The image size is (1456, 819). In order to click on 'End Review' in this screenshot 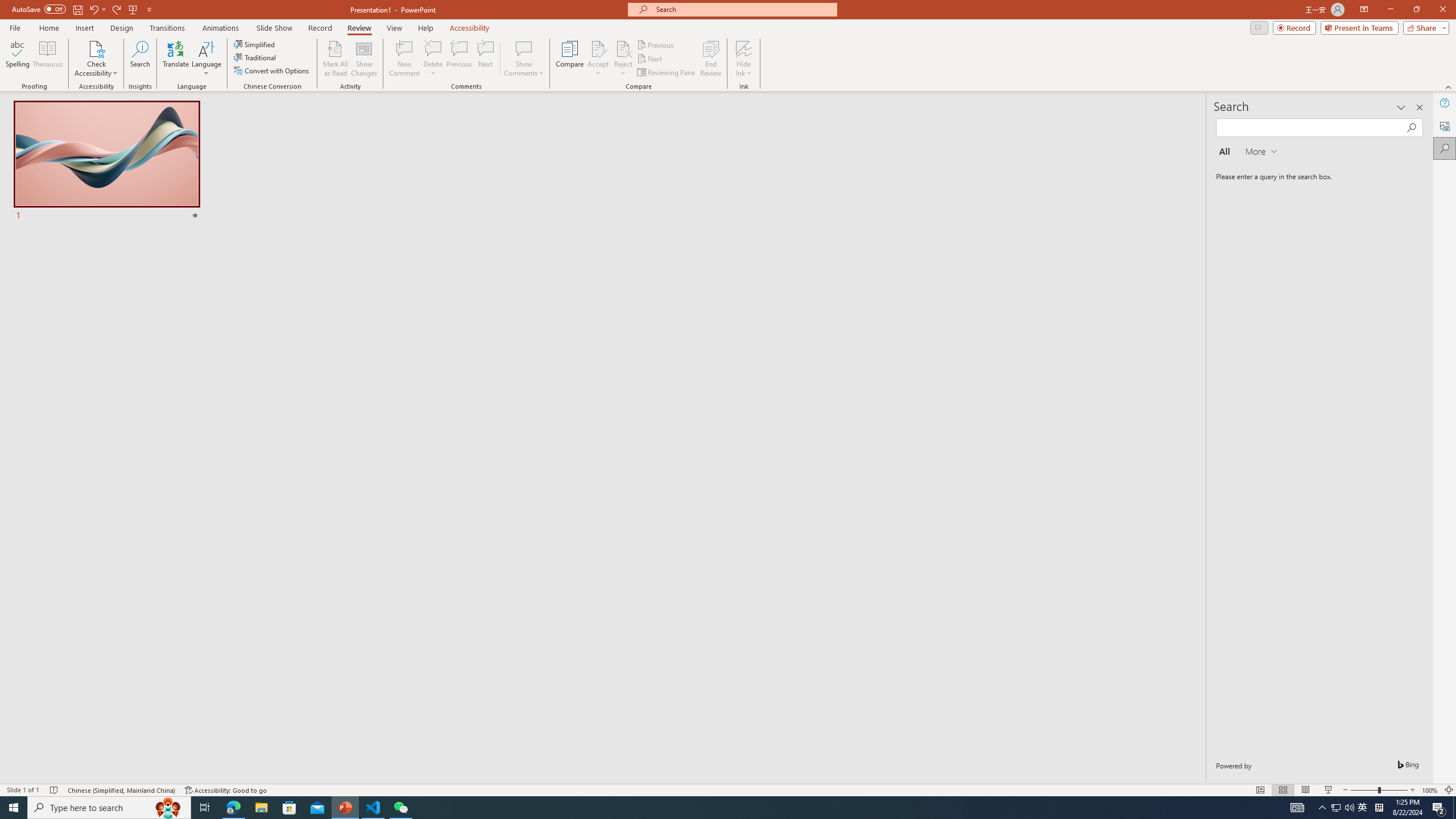, I will do `click(710, 59)`.